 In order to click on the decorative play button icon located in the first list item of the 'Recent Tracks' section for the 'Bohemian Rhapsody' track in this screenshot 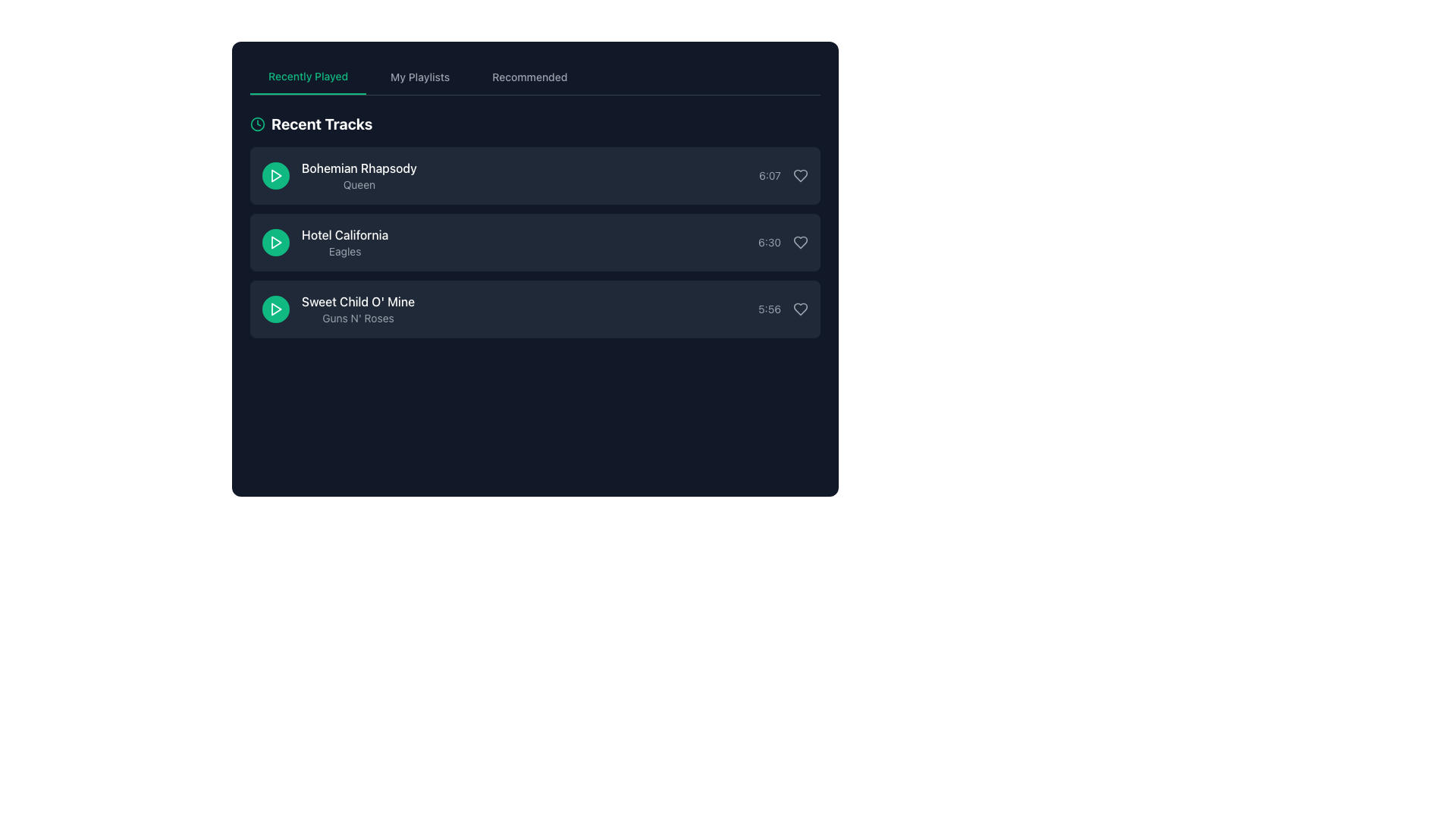, I will do `click(276, 174)`.